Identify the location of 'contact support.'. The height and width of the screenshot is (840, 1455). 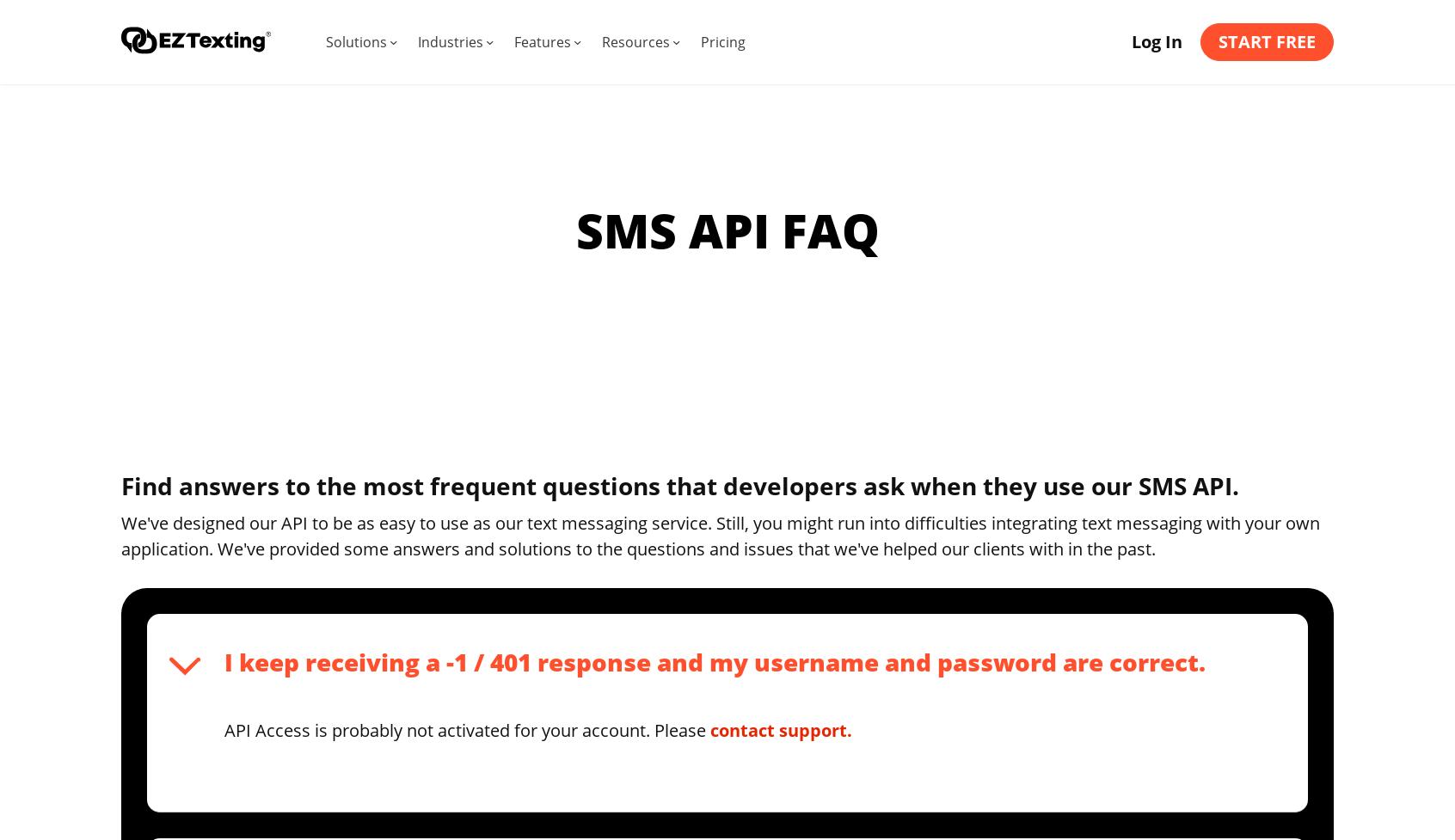
(780, 728).